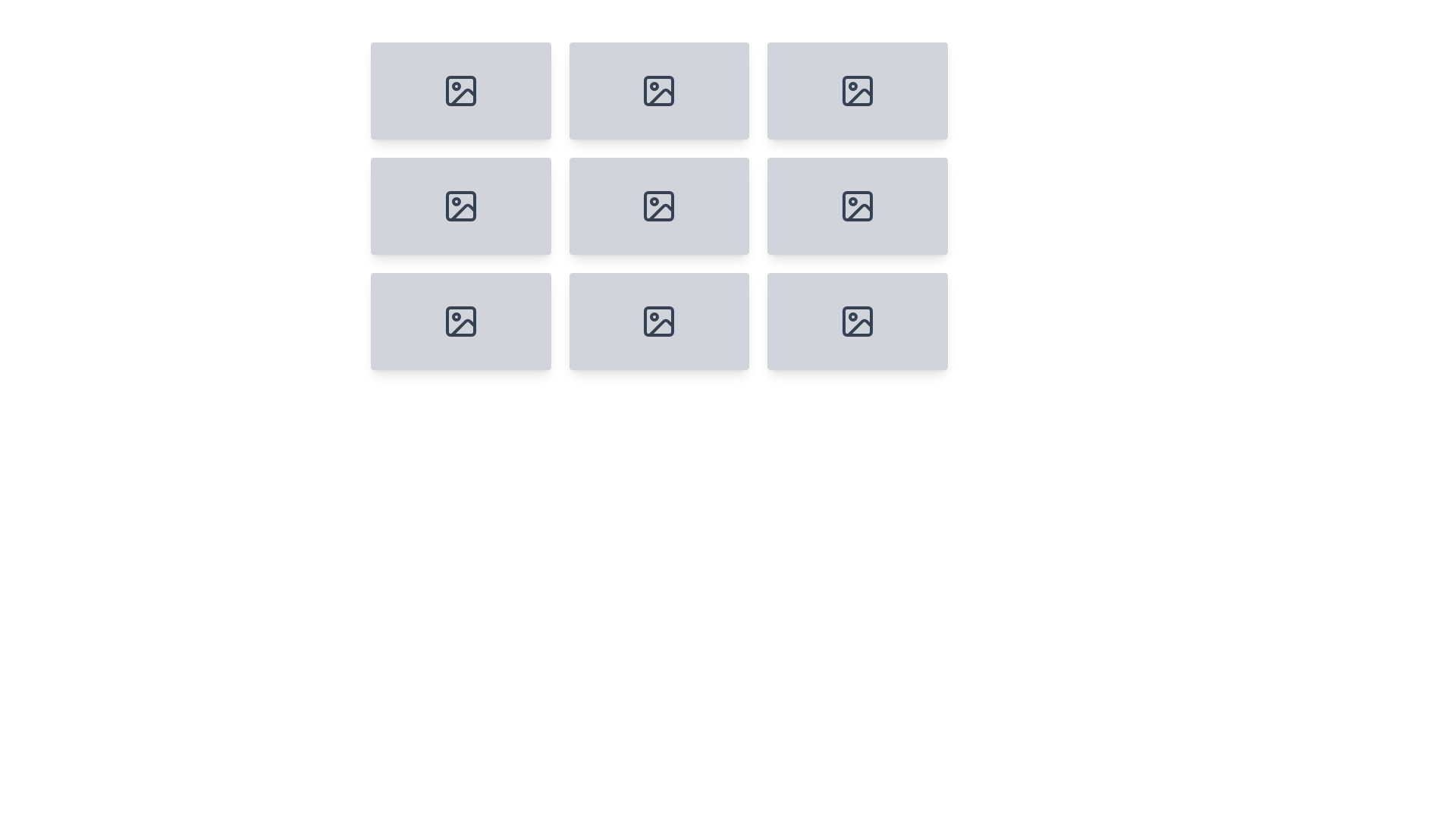 This screenshot has width=1456, height=819. I want to click on the image tile, which is a rectangular tile with rounded corners and a light gray background, featuring an image placeholder icon in dark gray, located at the second position in the first row of a 3x3 grid layout, so click(659, 90).